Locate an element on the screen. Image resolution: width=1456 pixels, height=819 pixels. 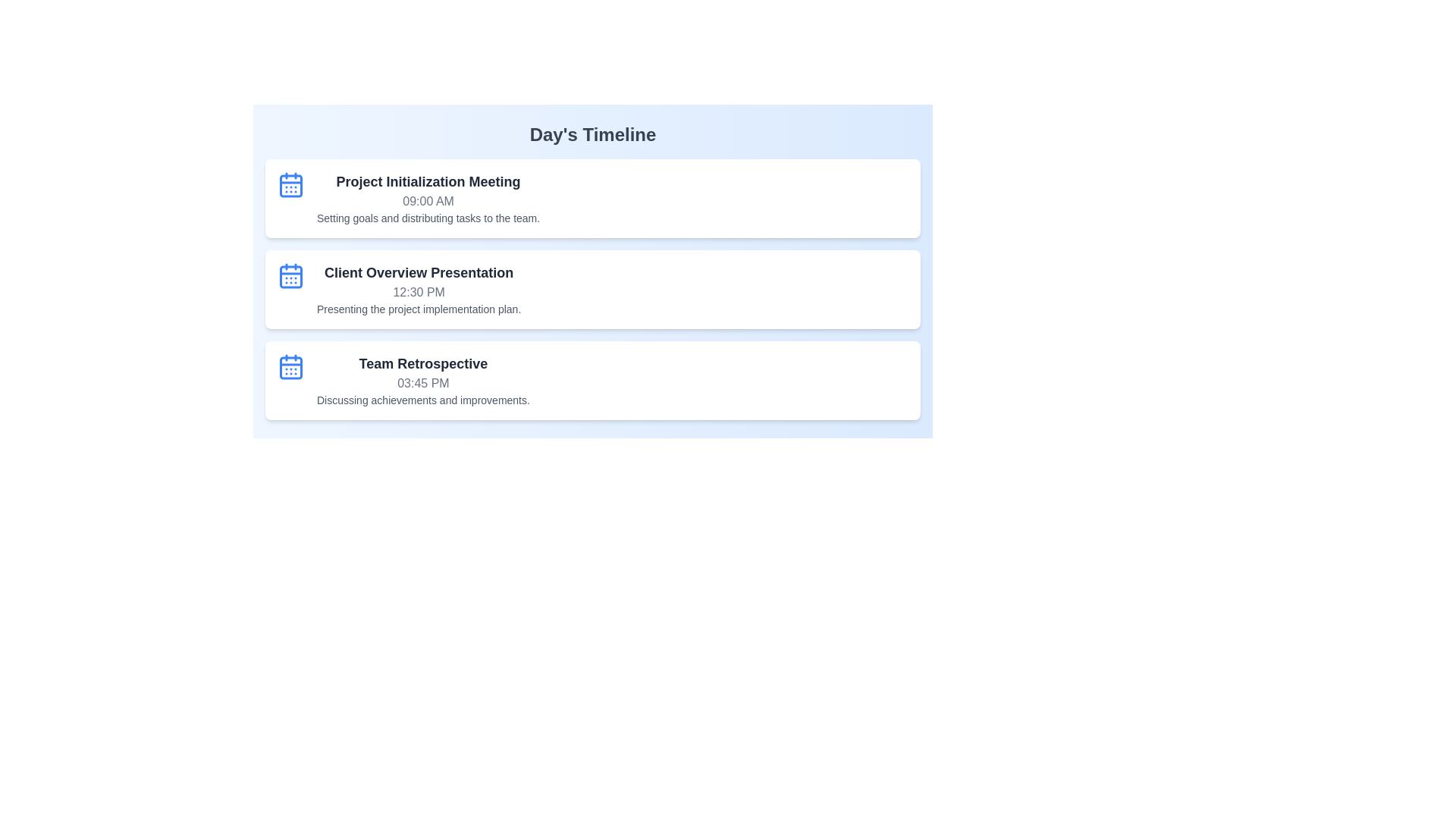
displayed information from the text content element that shows 'Client Overview Presentation', '12:30 PM', and 'Presenting the project implementation plan.' is located at coordinates (419, 289).